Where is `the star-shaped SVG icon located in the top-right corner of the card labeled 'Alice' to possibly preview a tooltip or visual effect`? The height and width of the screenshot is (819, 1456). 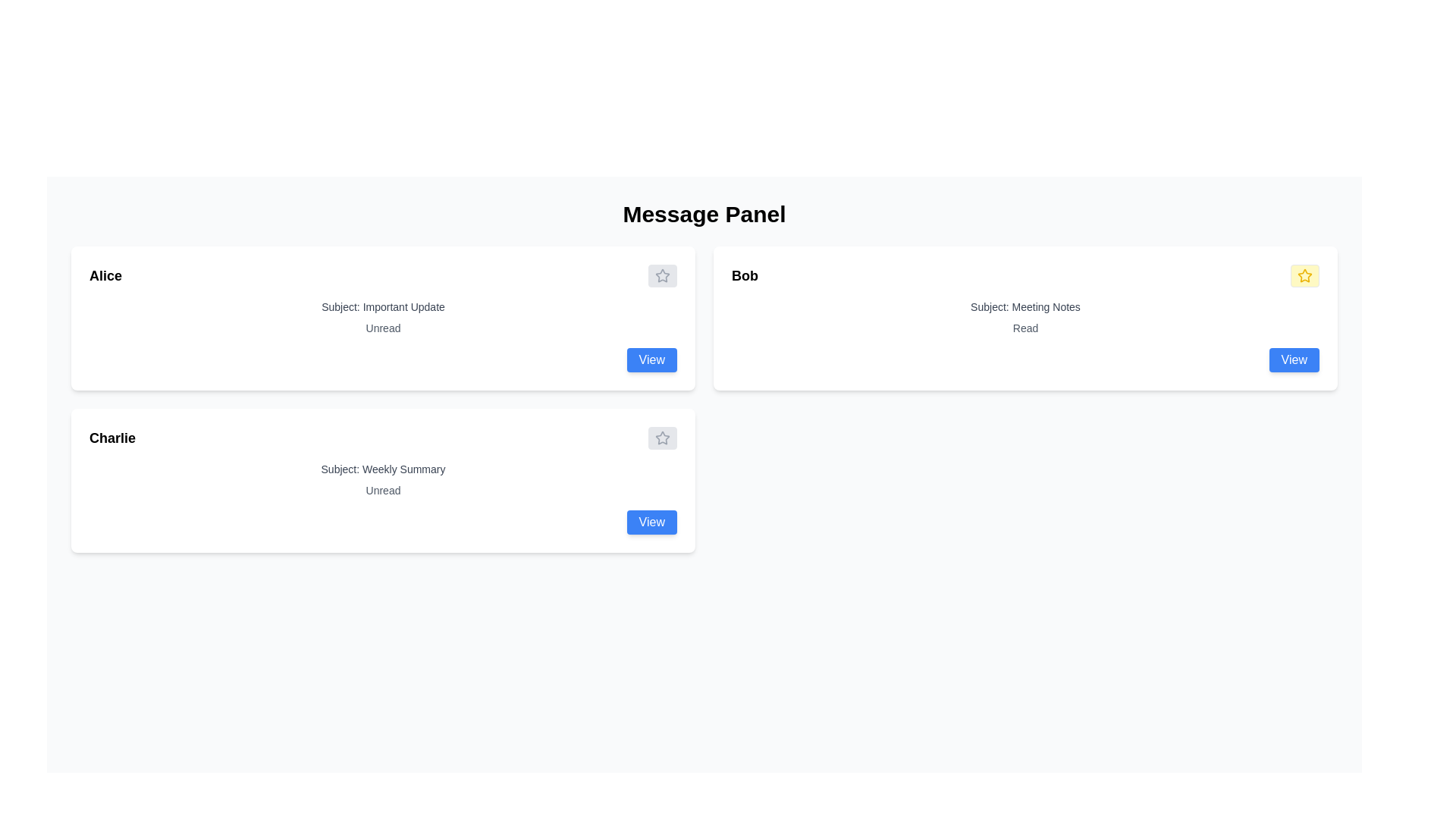
the star-shaped SVG icon located in the top-right corner of the card labeled 'Alice' to possibly preview a tooltip or visual effect is located at coordinates (662, 275).